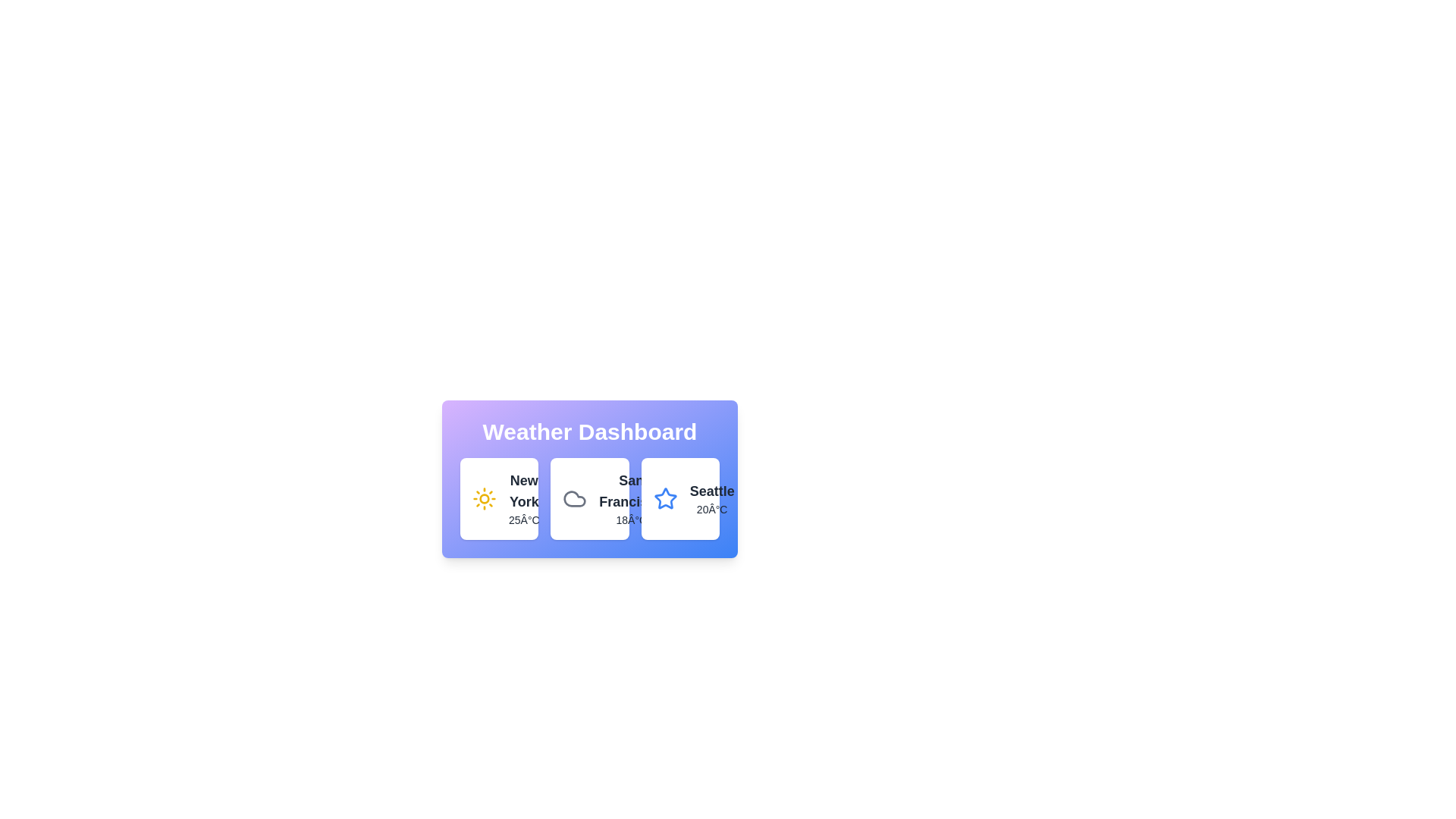 The image size is (1456, 819). Describe the element at coordinates (631, 491) in the screenshot. I see `the text label that identifies the location name in the weather widget, located between 'New York' and 'Seattle' and above the temperature indication ('18°C')` at that location.